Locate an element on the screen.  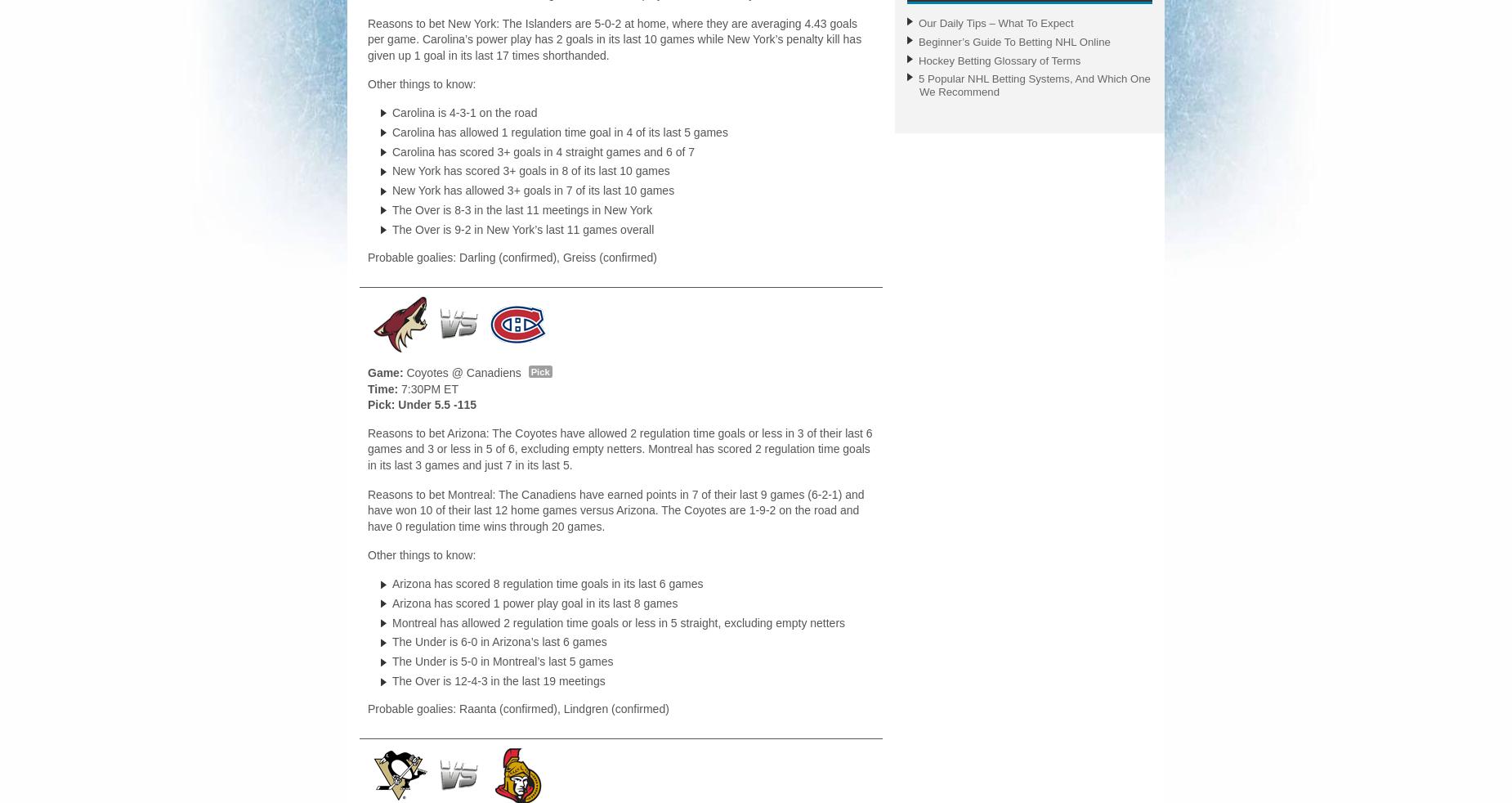
'Our Daily Tips – What To Expect' is located at coordinates (918, 21).